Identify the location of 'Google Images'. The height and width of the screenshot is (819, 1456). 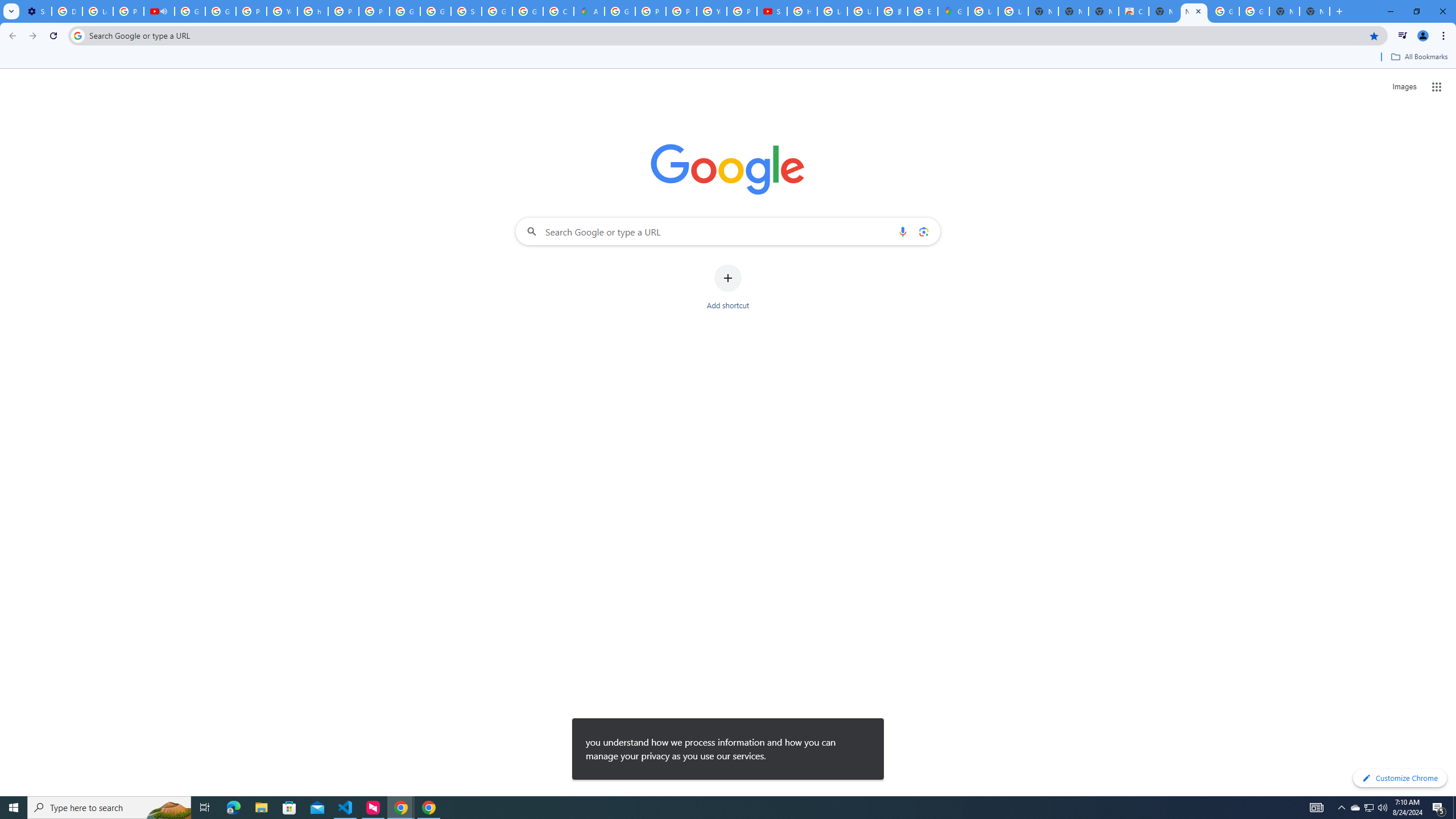
(1224, 11).